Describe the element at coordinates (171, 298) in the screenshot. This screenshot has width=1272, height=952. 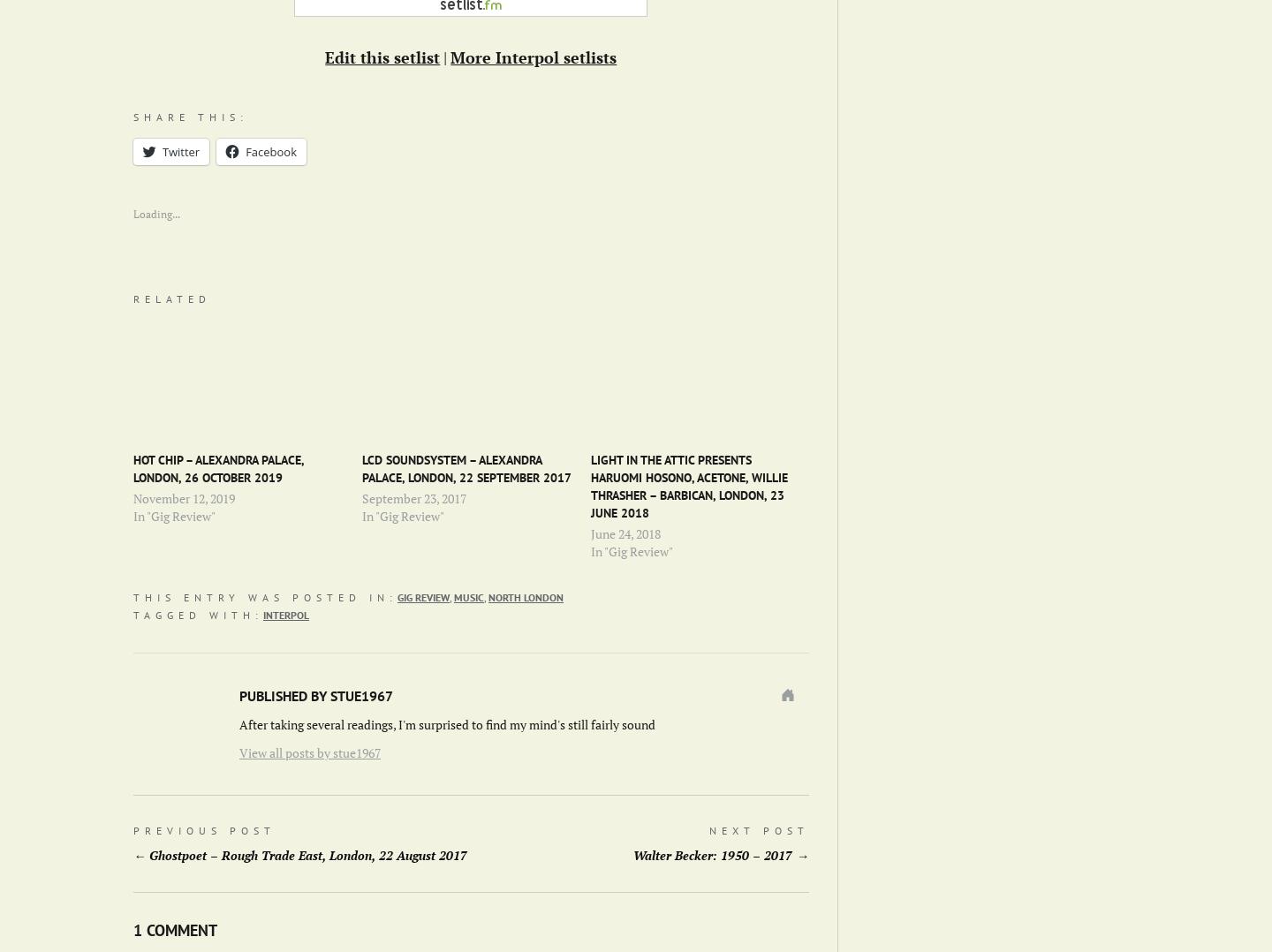
I see `'Related'` at that location.